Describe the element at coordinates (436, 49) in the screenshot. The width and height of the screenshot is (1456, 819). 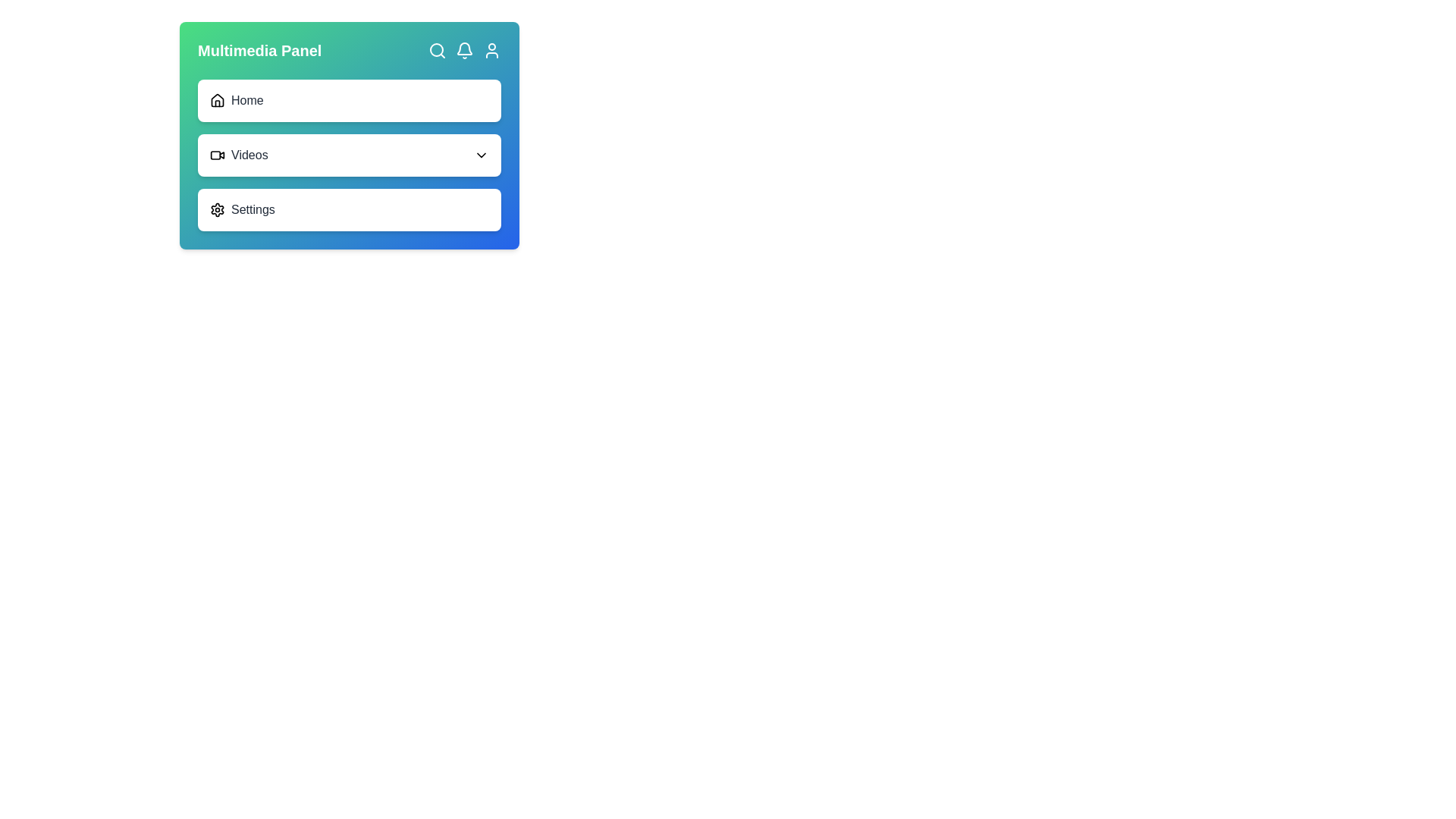
I see `the circular icon button featuring a magnifying glass symbol, located in the top-right section of the interface` at that location.